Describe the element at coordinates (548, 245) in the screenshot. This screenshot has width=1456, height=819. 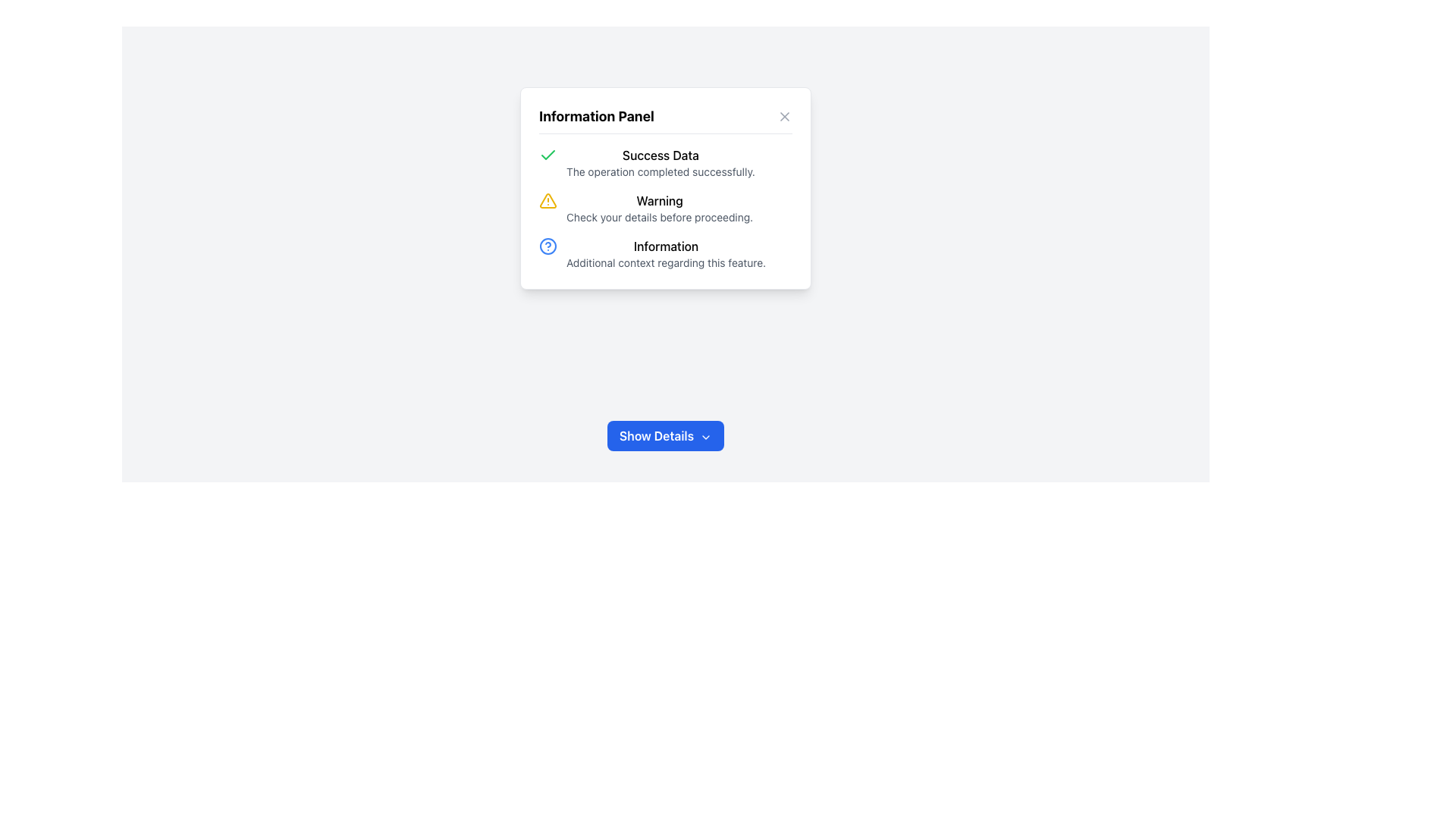
I see `the SVG Circle that visually represents or emphasizes a concept or status within the Information Panel` at that location.